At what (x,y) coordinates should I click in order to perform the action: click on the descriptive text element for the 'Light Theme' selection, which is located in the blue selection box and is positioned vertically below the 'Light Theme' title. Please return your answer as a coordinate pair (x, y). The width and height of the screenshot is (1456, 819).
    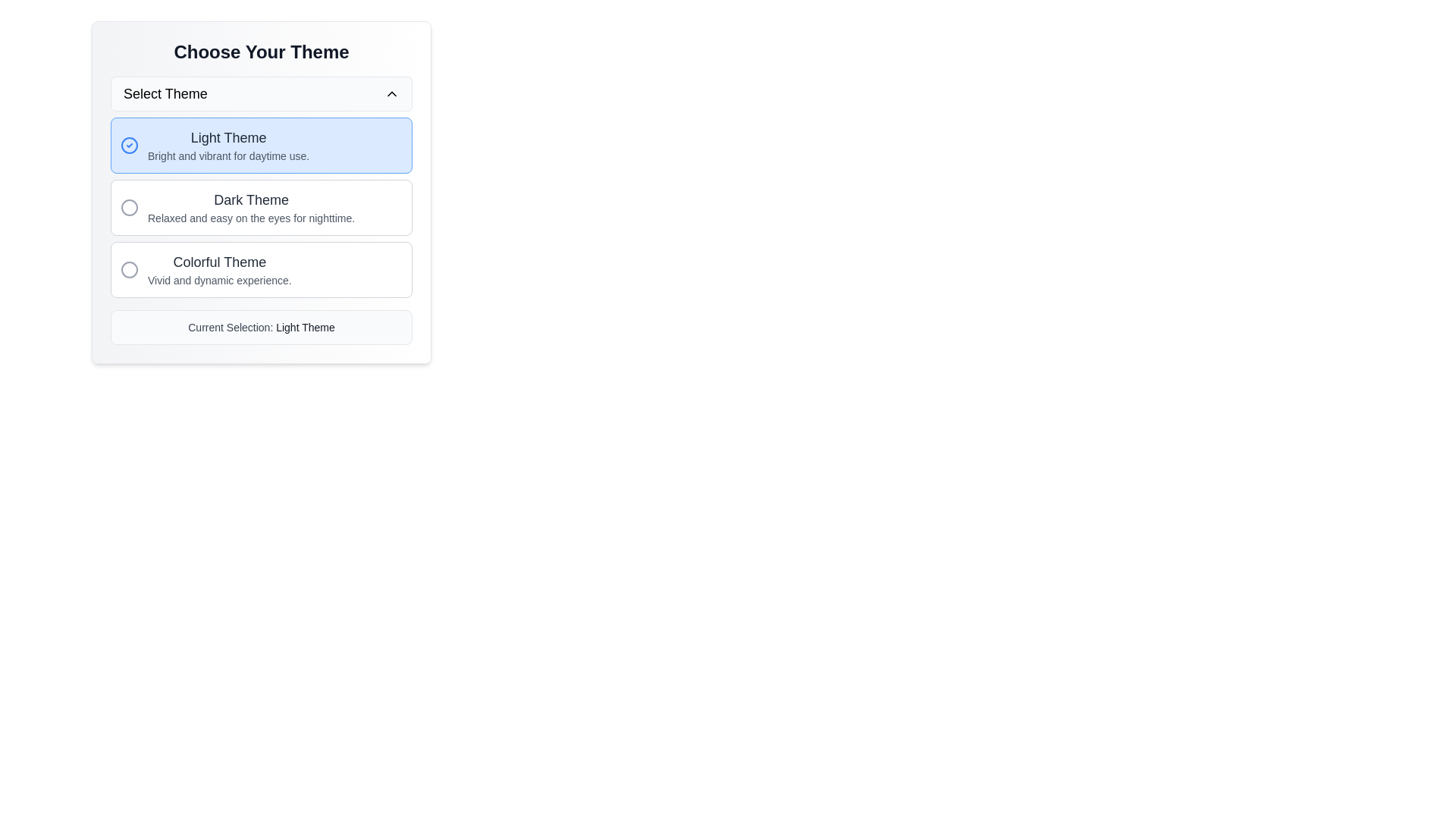
    Looking at the image, I should click on (227, 155).